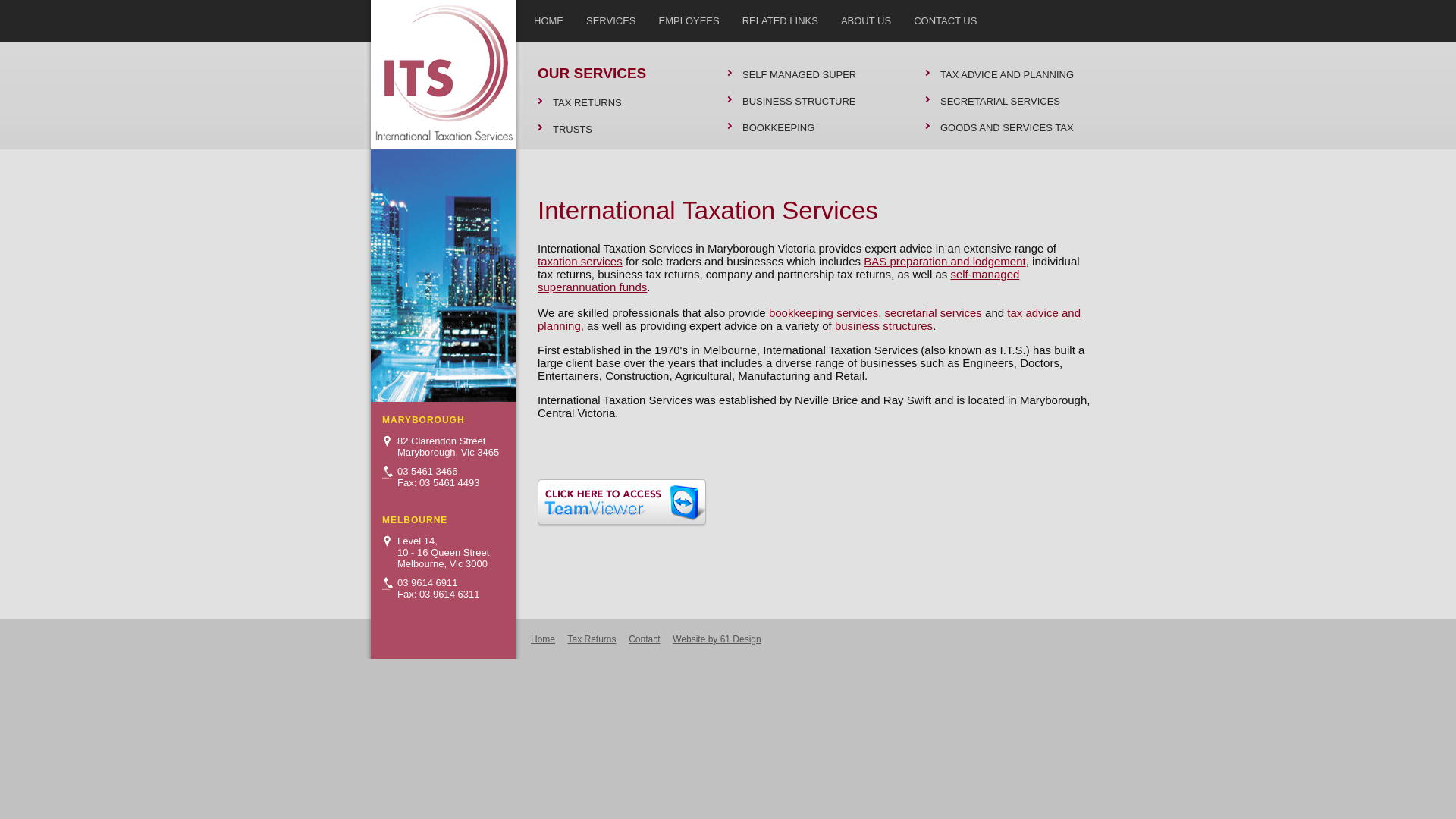 The height and width of the screenshot is (819, 1456). I want to click on 'Tax Returns', so click(590, 639).